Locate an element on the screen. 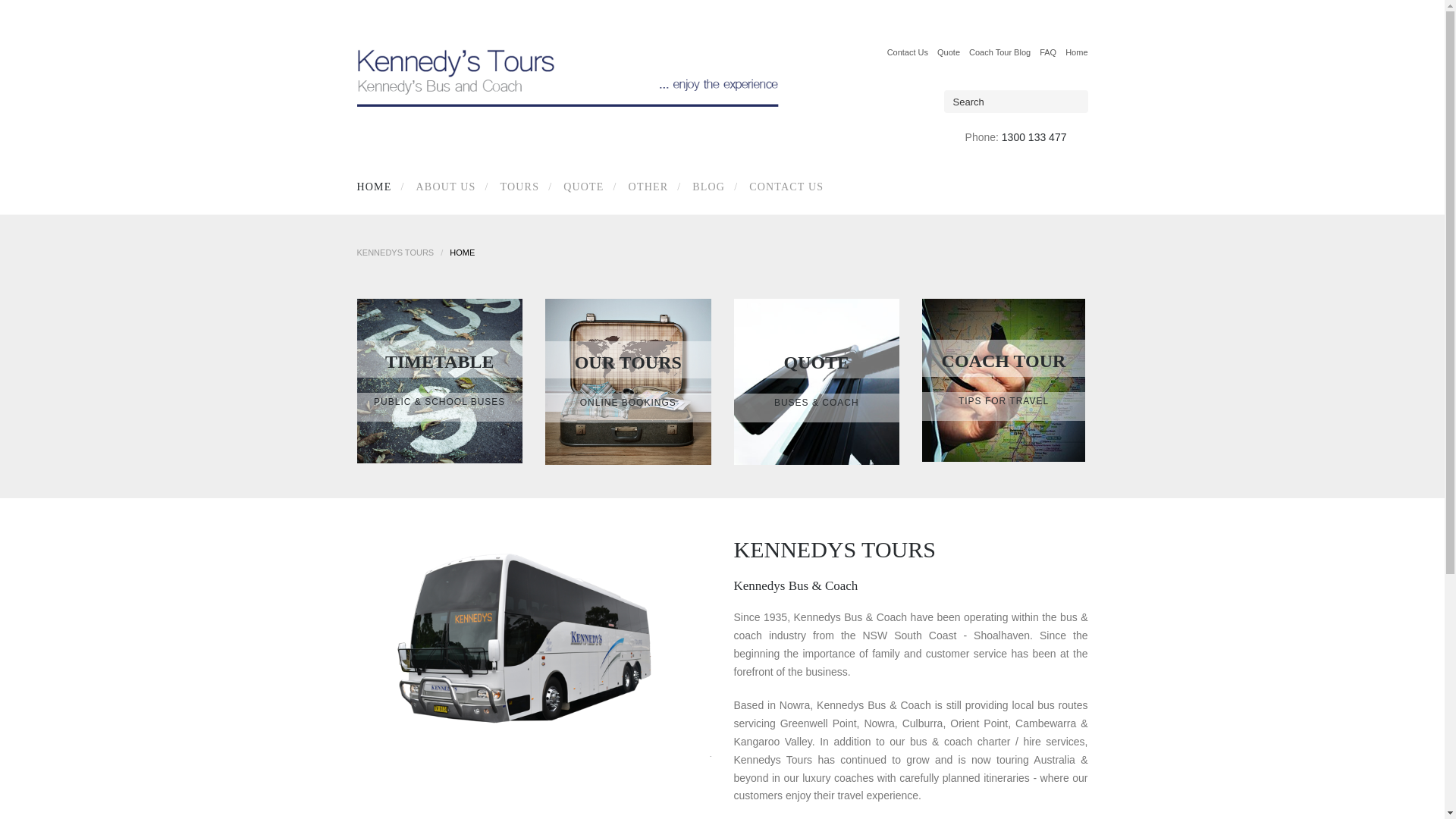 This screenshot has height=819, width=1456. 'BUSES & COACH' is located at coordinates (816, 402).